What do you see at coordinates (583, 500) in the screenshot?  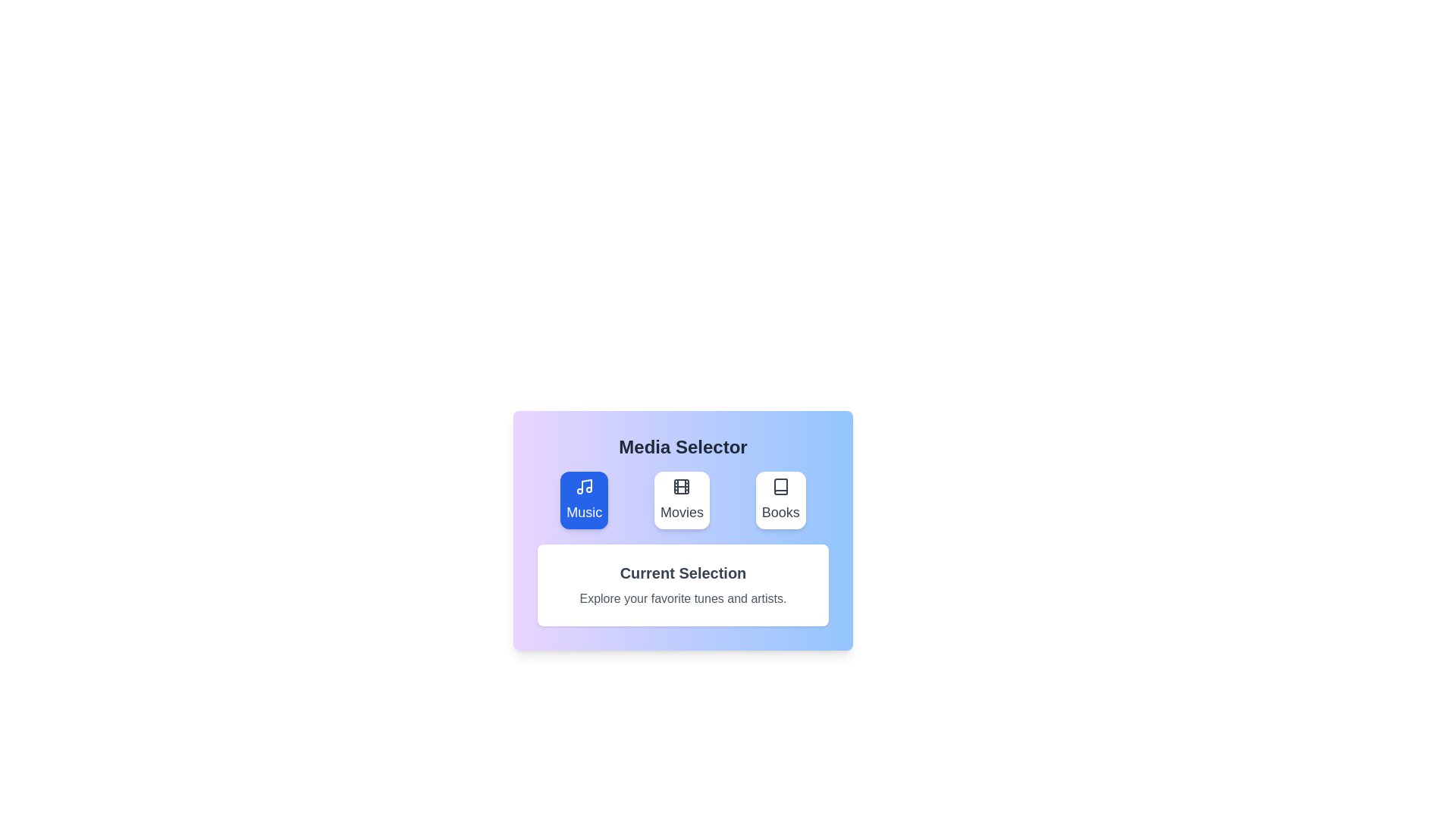 I see `the 'Music' category selector button to observe the hover effect` at bounding box center [583, 500].